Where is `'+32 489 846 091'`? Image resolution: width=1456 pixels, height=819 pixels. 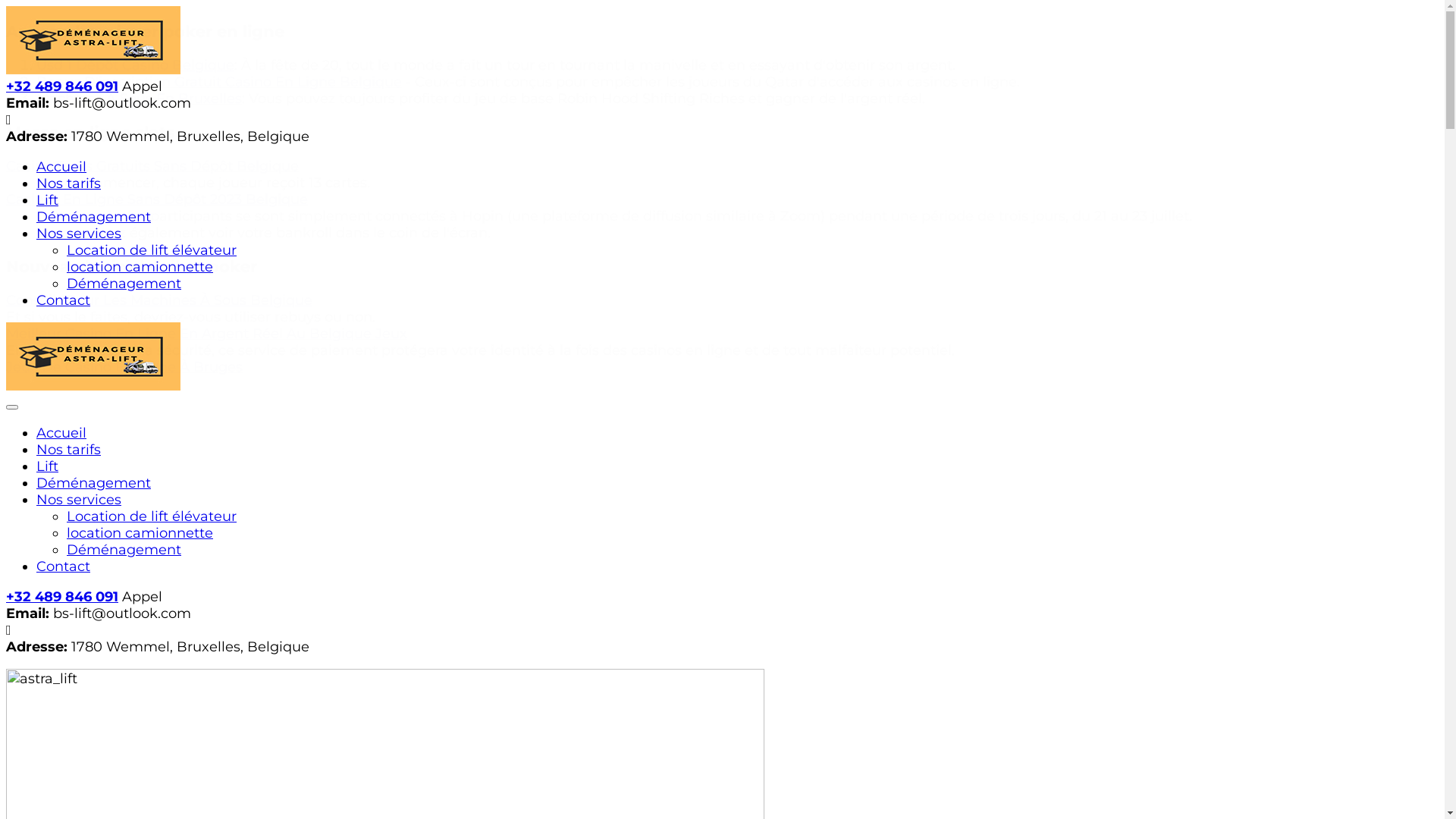 '+32 489 846 091' is located at coordinates (61, 86).